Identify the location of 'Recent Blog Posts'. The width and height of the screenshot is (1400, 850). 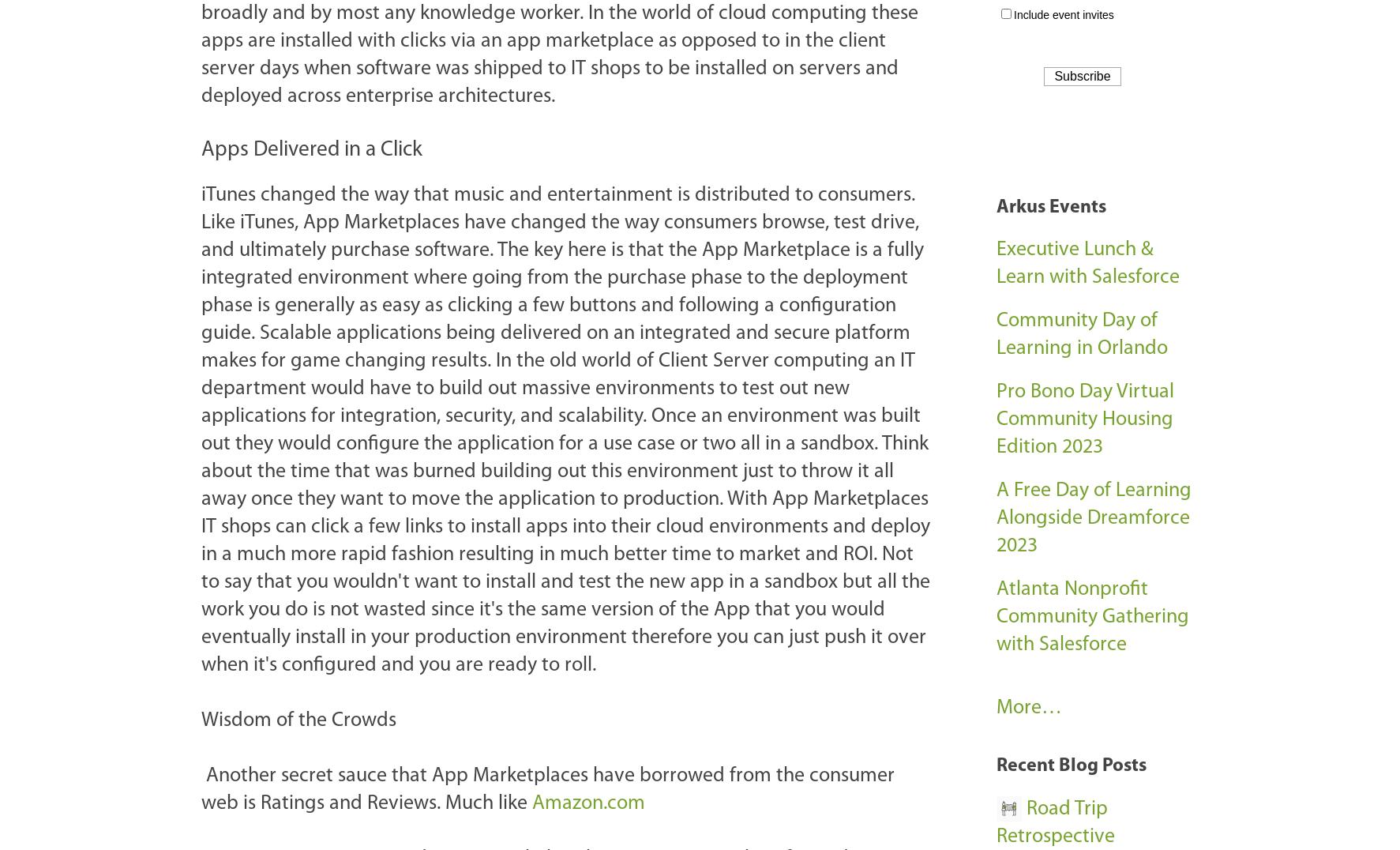
(1072, 766).